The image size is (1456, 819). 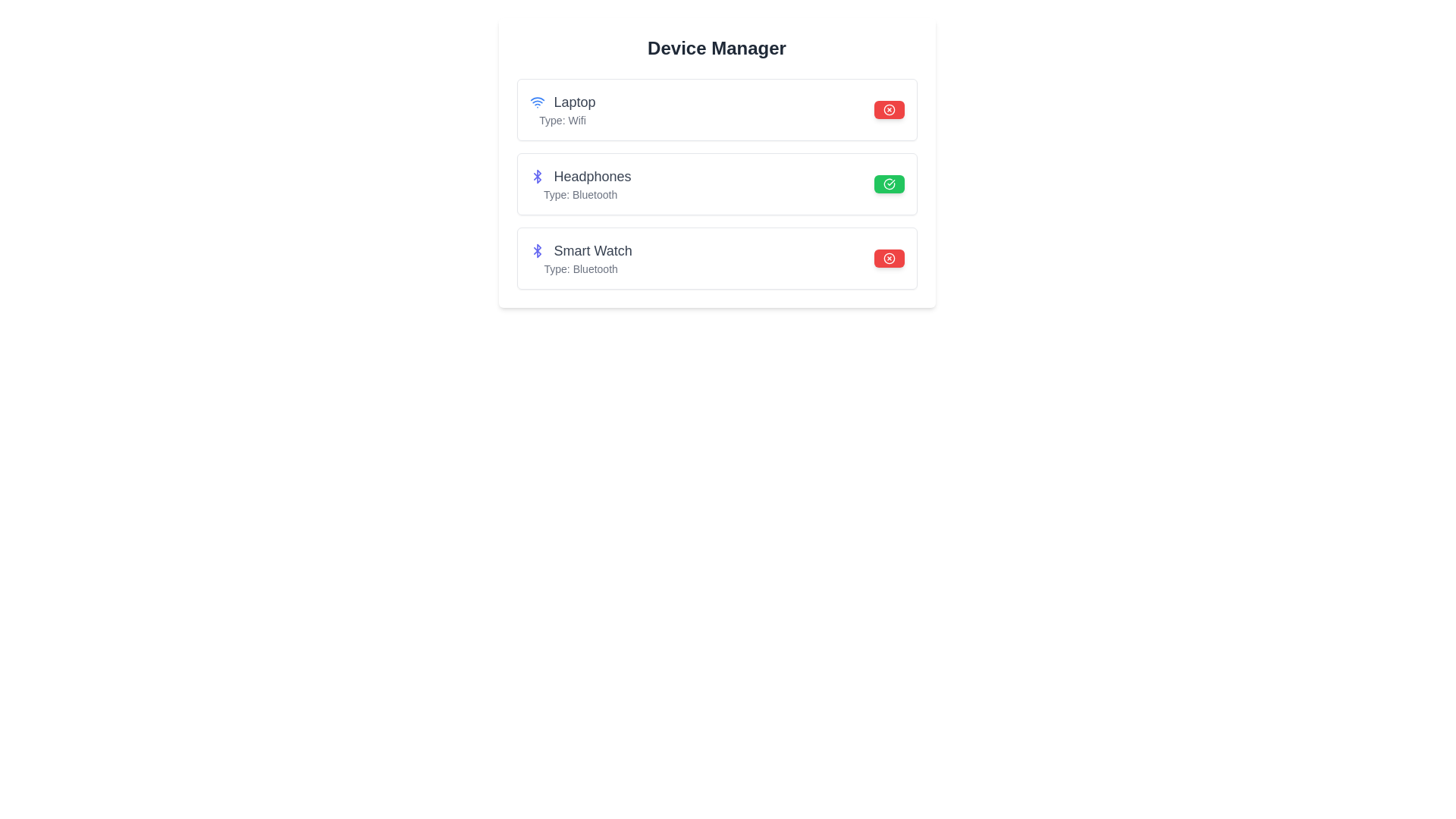 I want to click on text of the Smart Watch label, which is the third item in the vertically stacked list within the 'Device Manager' interface, positioned between 'Headphones' and 'Type: Bluetooth', so click(x=580, y=250).